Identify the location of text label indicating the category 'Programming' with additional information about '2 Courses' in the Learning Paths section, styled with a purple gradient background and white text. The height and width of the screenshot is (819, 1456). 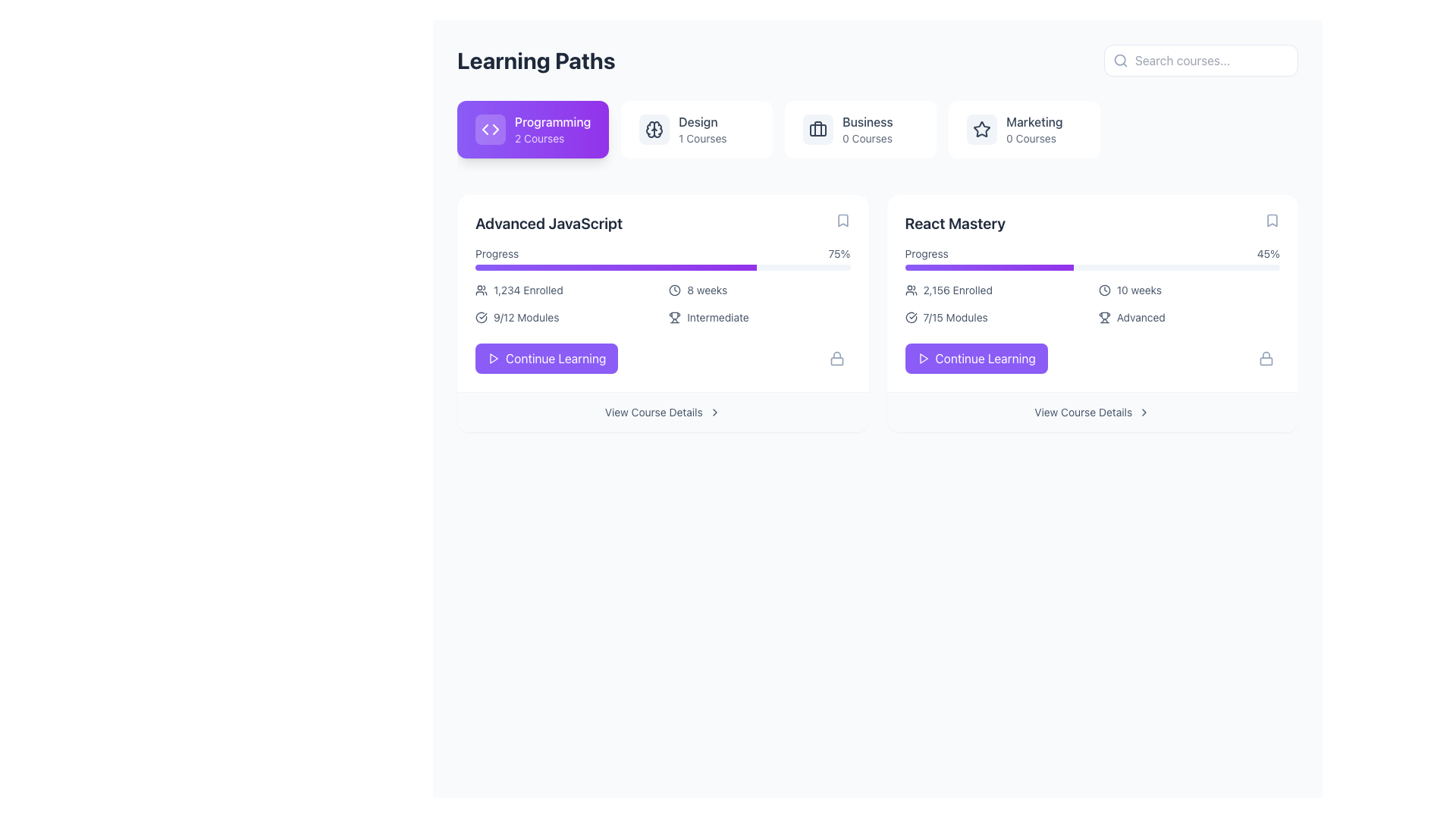
(552, 128).